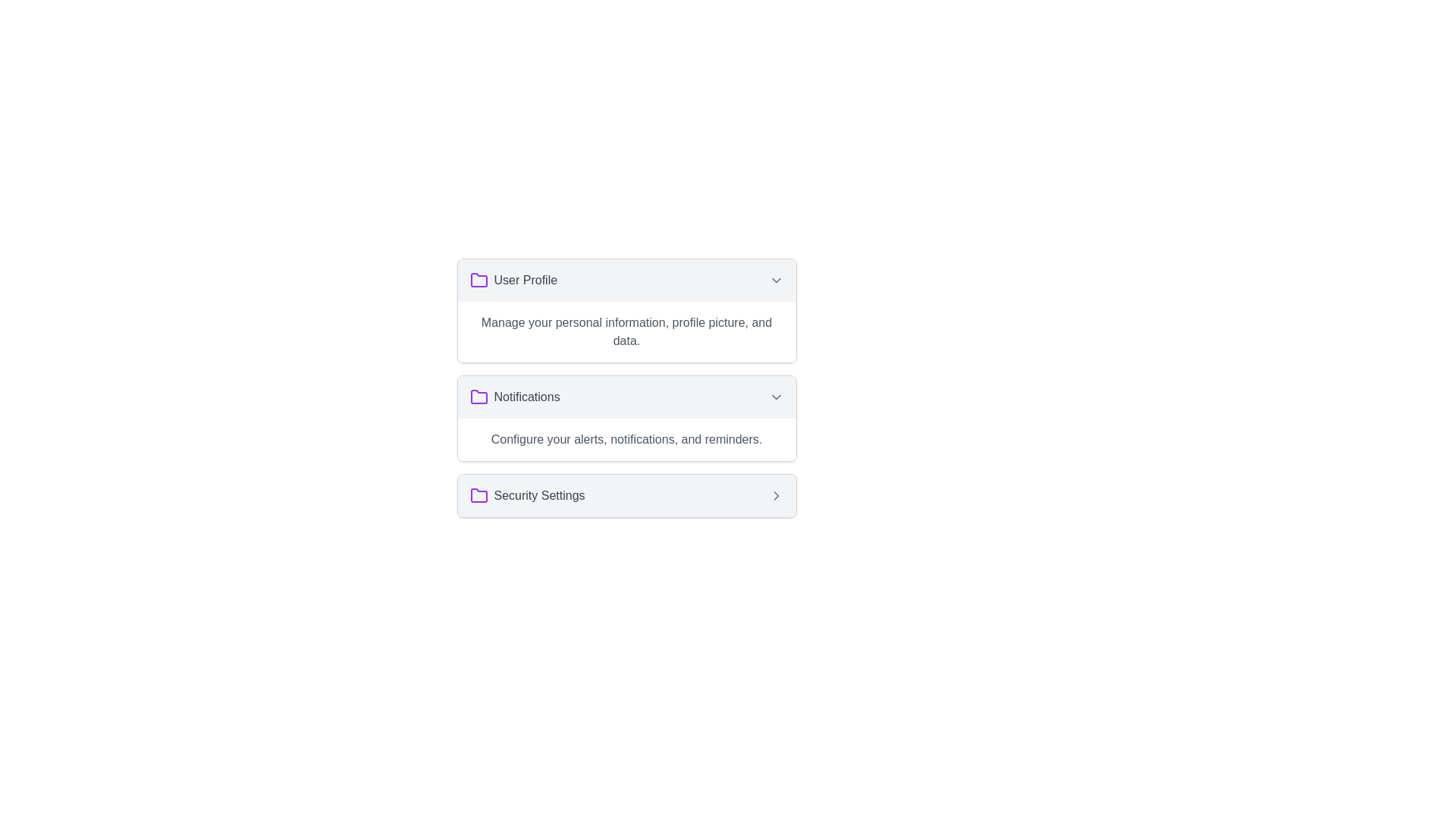  I want to click on the Security Settings icon, which is the visual indicator located at the leftmost position of the 'Security Settings' list item, next to the text displaying 'Security Settings', so click(478, 496).